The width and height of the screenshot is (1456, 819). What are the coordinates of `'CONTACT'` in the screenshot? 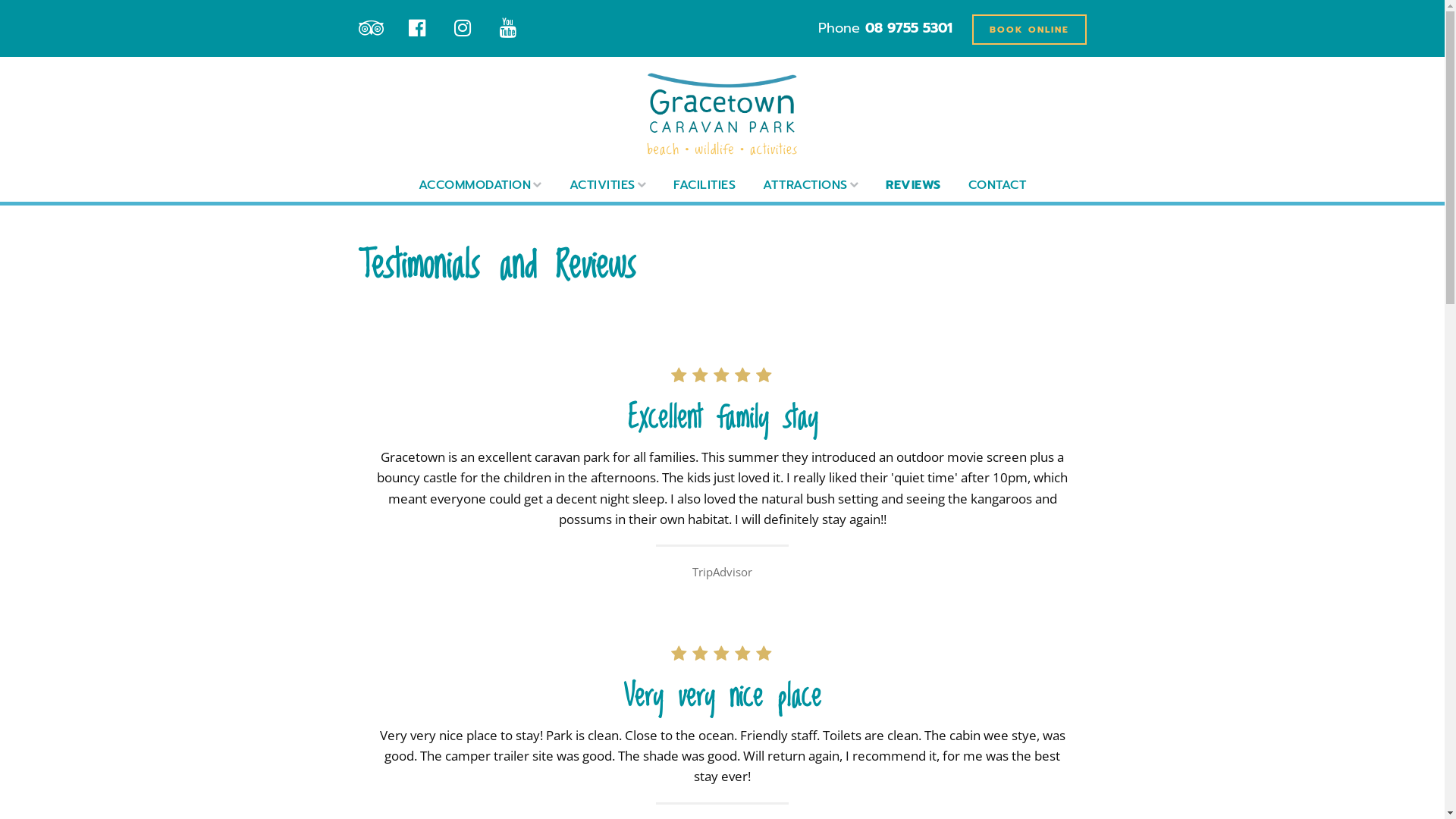 It's located at (997, 184).